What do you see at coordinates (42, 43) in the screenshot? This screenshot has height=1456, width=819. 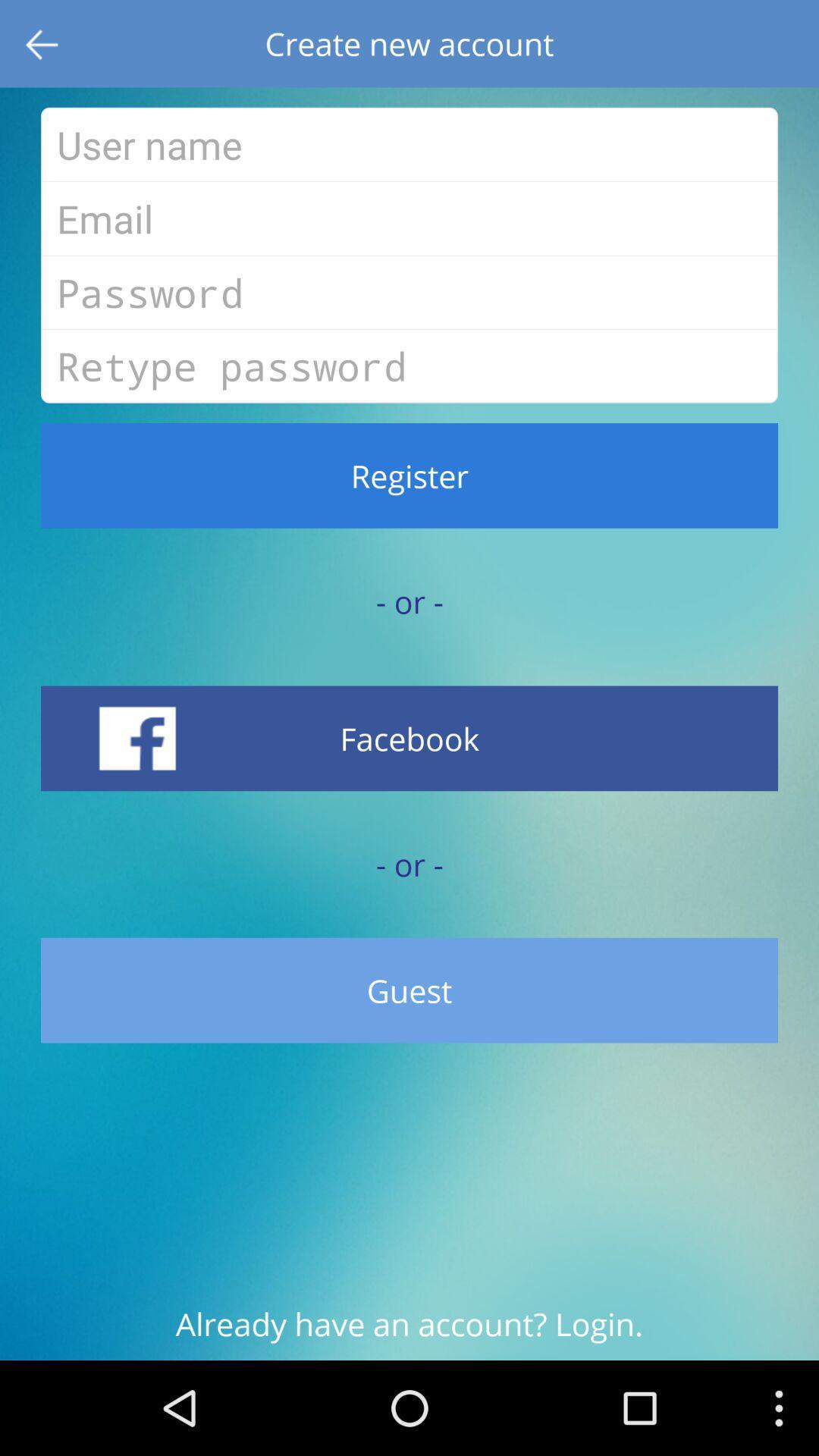 I see `item to the left of create new account item` at bounding box center [42, 43].